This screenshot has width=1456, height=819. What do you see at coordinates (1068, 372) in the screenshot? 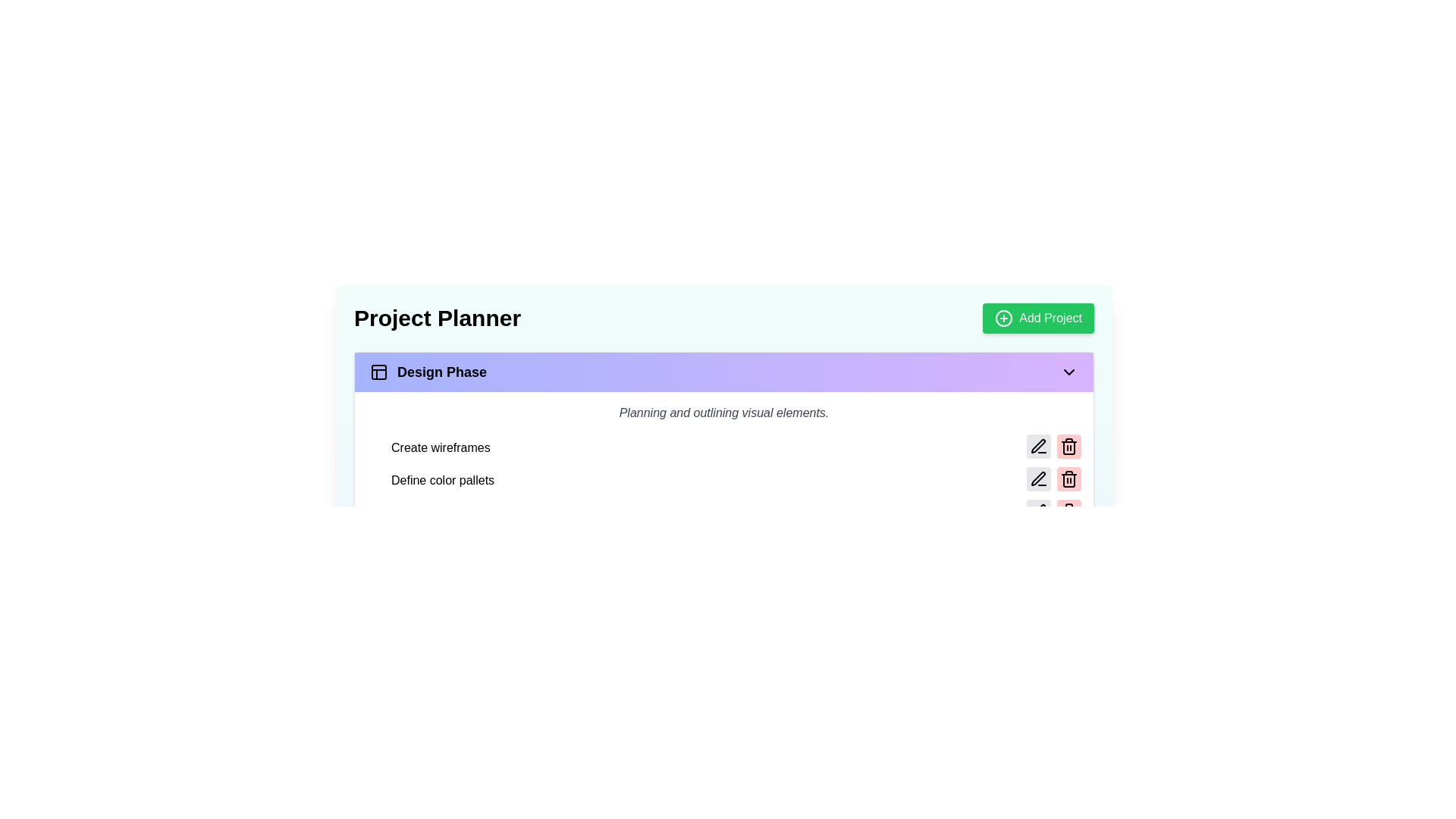
I see `the dropdown toggle icon located at the far right side of the header bar, next to the 'Design Phase' title` at bounding box center [1068, 372].